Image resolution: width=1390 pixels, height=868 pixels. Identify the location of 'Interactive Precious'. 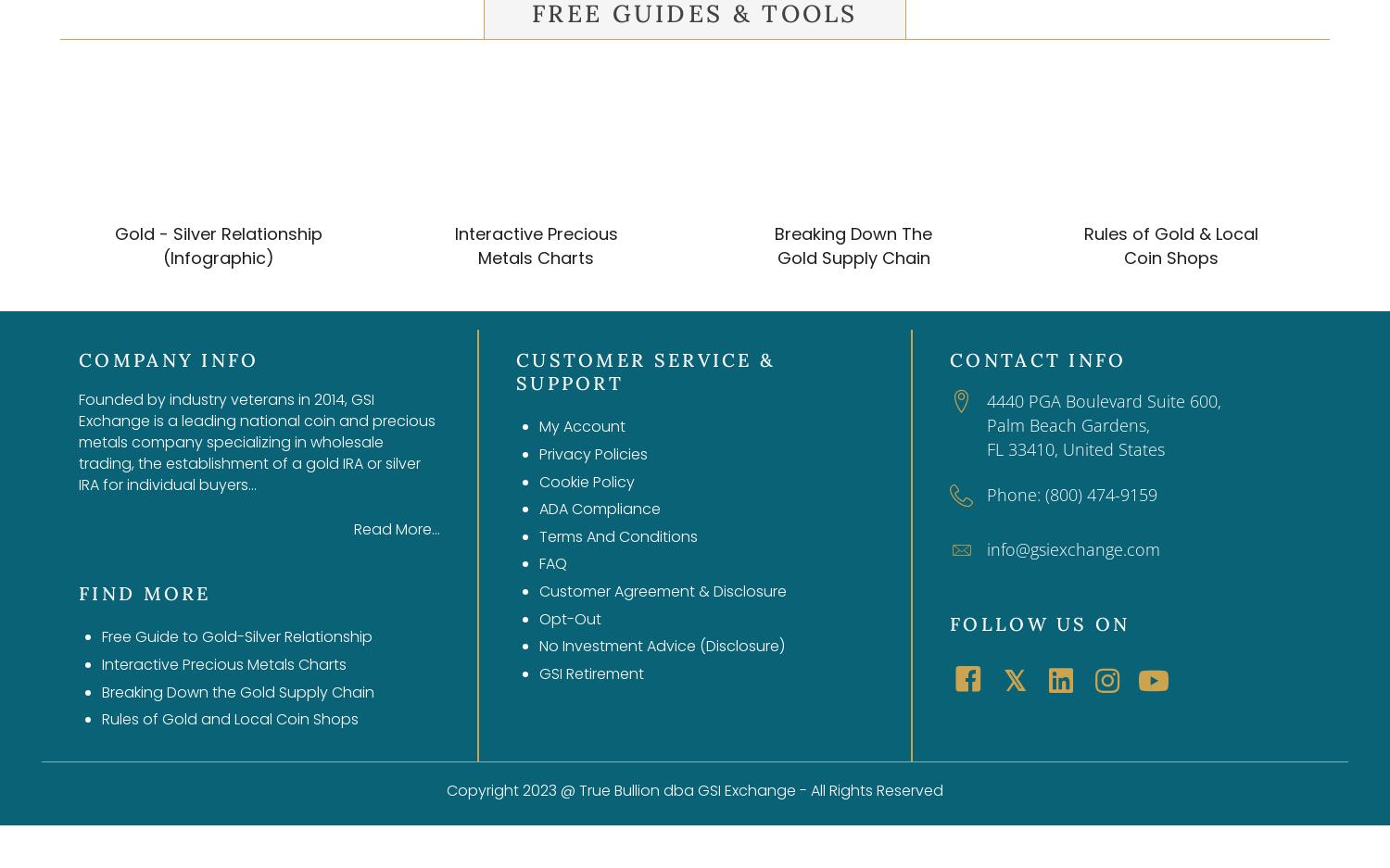
(534, 232).